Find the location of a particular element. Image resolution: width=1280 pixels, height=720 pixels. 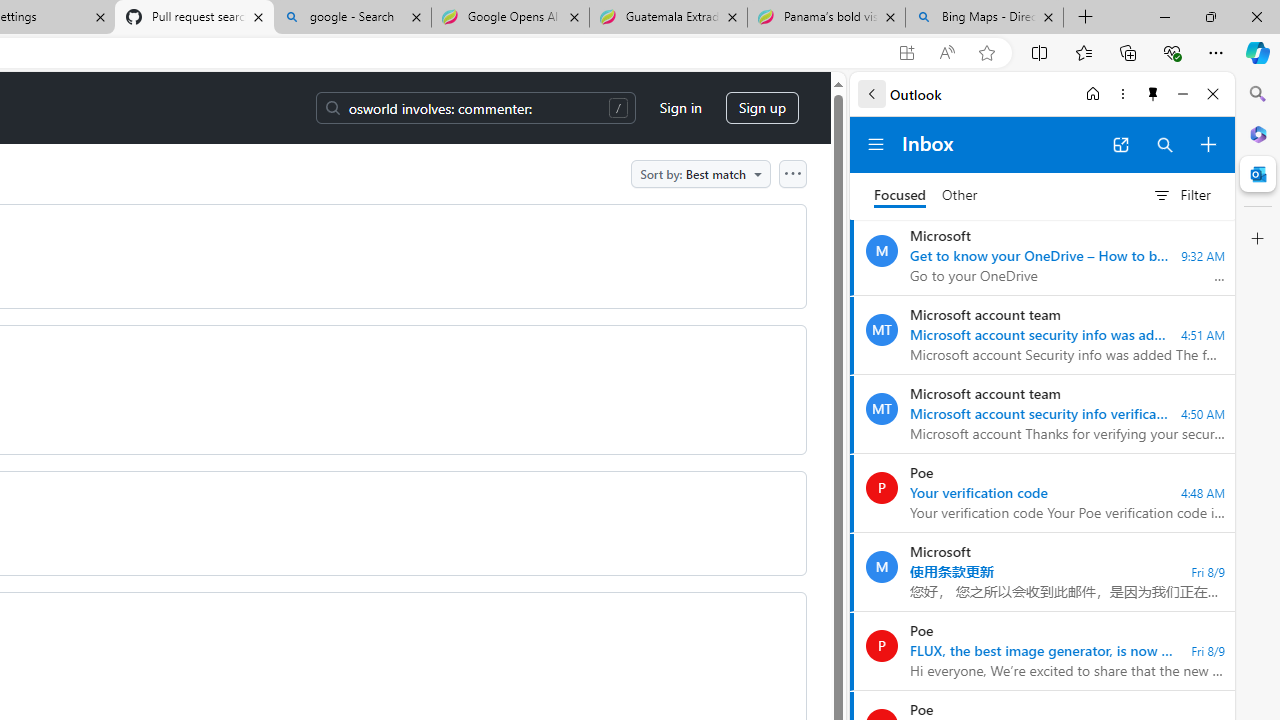

'Folder navigation' is located at coordinates (876, 144).